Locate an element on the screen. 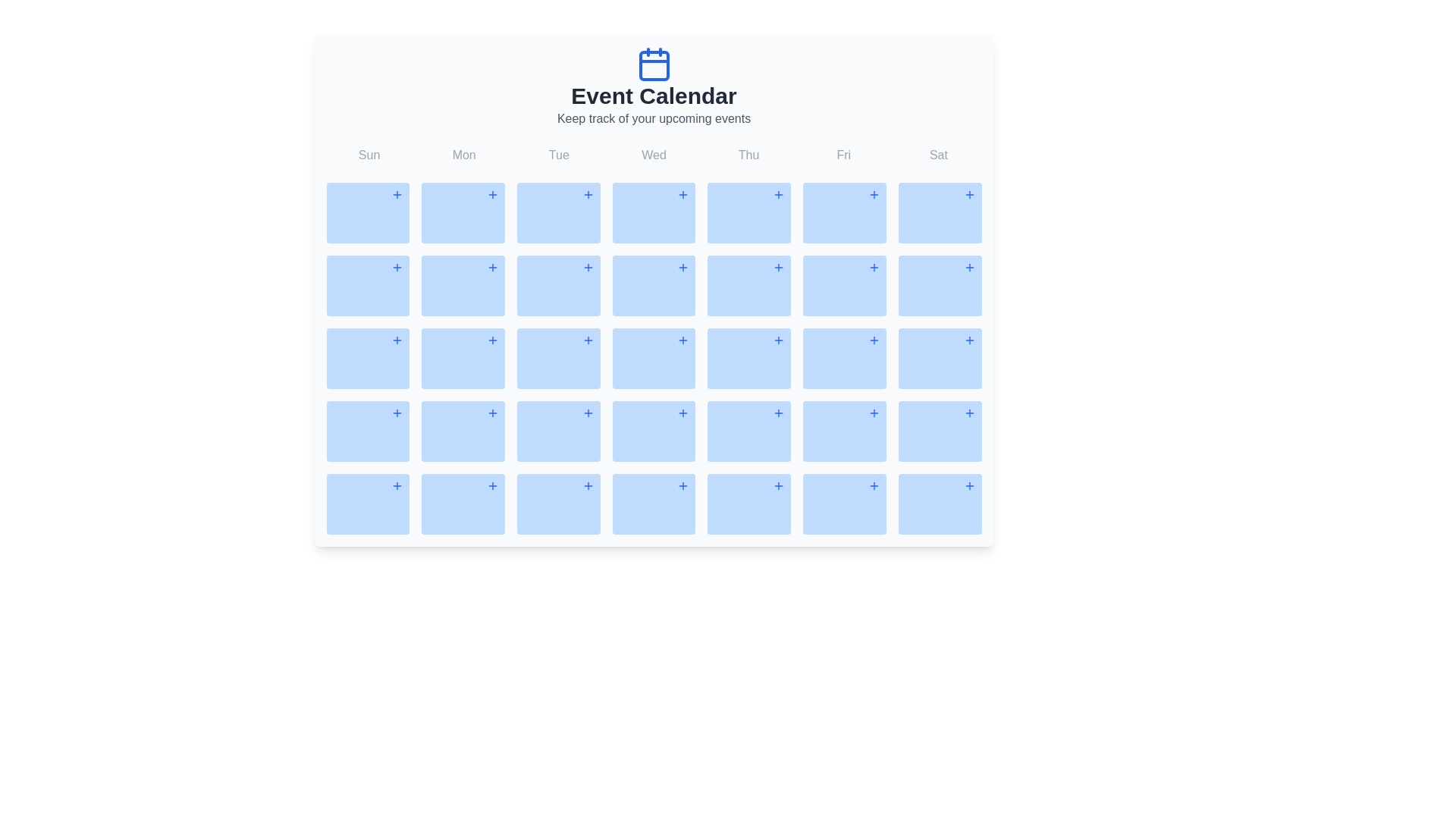 The height and width of the screenshot is (819, 1456). the placeholder or interactive grid item located in the bottom row and second column of the grid structure by clicking on it is located at coordinates (463, 504).